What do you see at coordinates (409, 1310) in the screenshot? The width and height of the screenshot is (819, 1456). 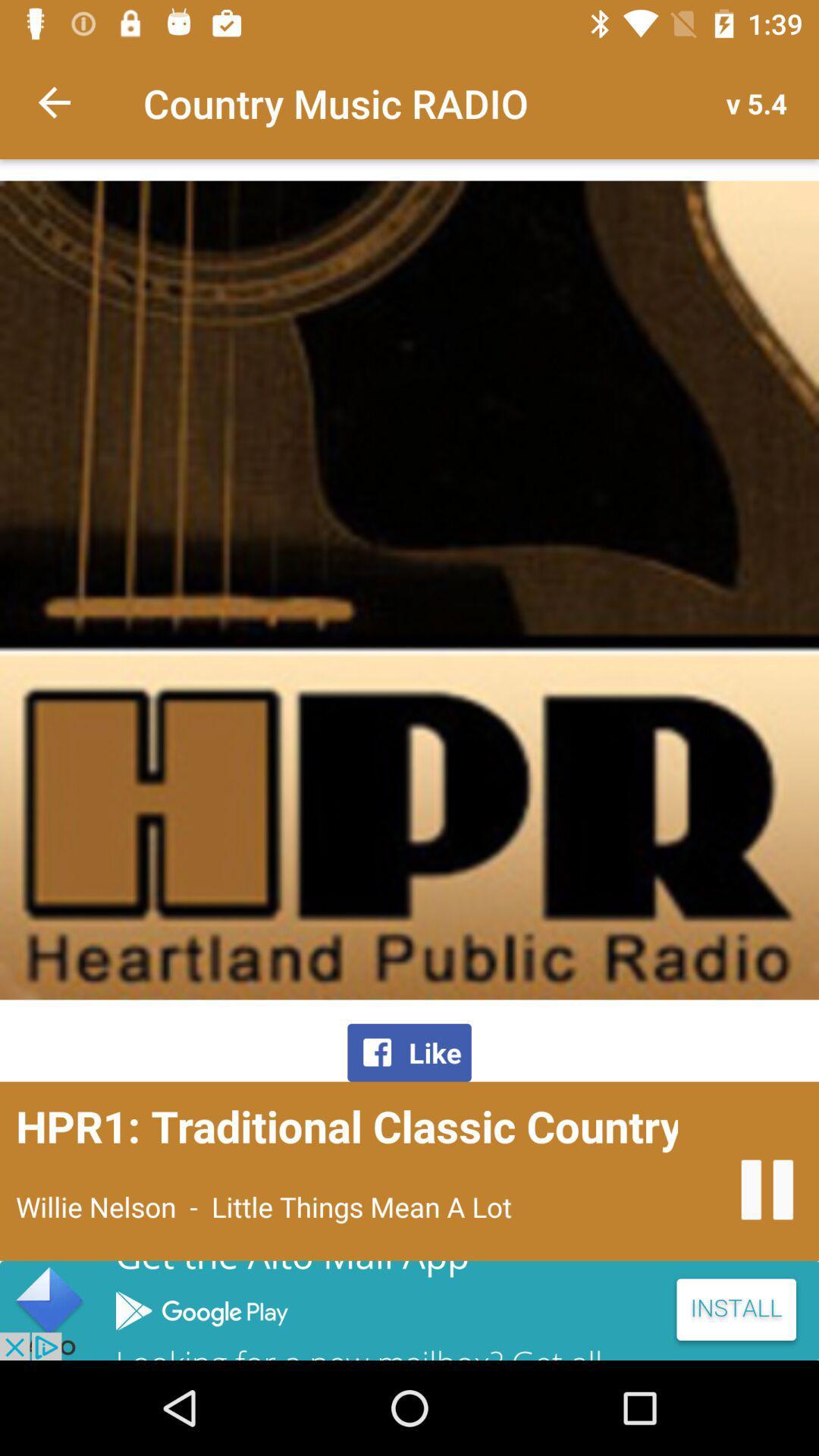 I see `advertise page` at bounding box center [409, 1310].